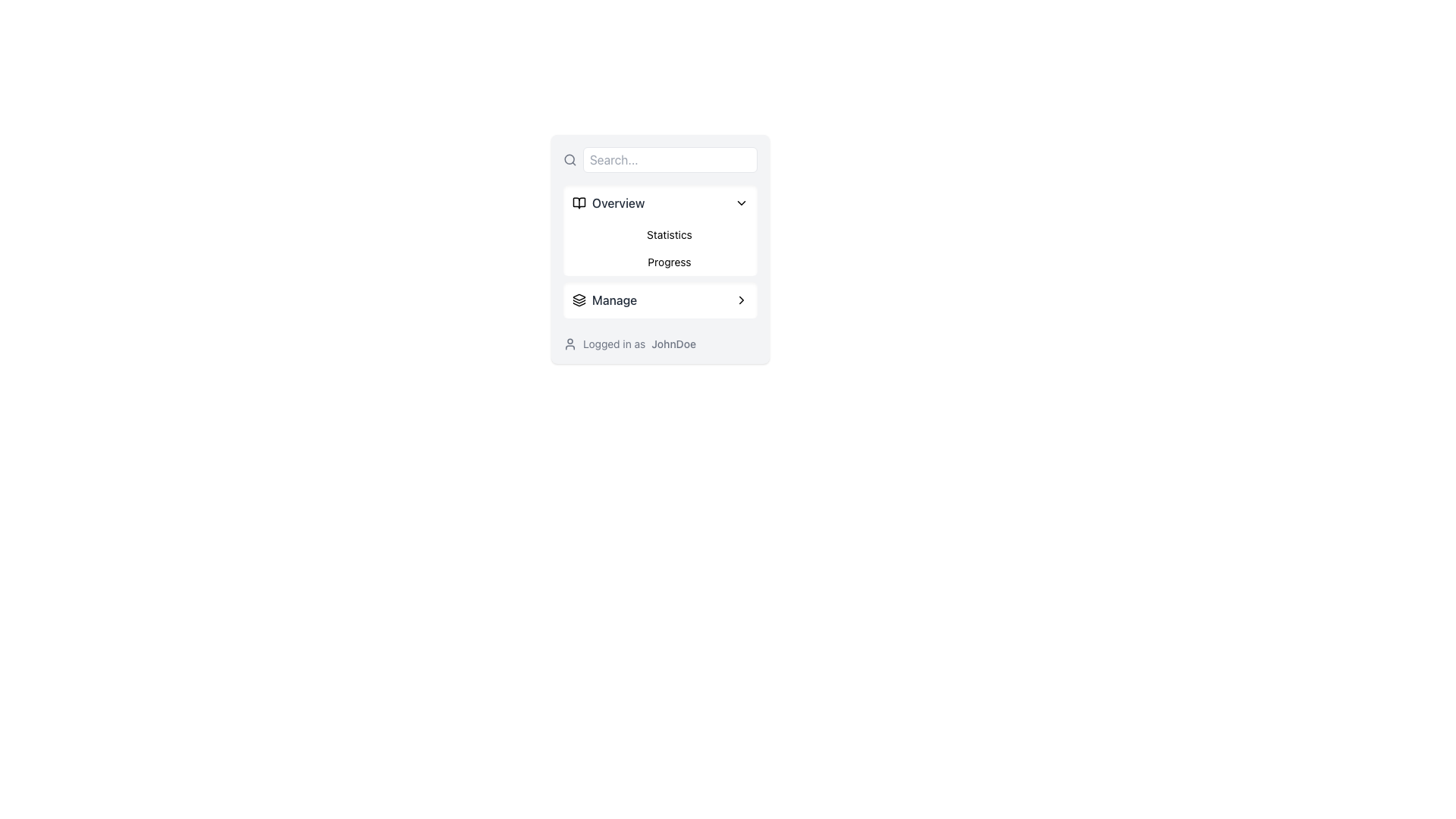  What do you see at coordinates (660, 160) in the screenshot?
I see `over the text input field located at the top of the panel` at bounding box center [660, 160].